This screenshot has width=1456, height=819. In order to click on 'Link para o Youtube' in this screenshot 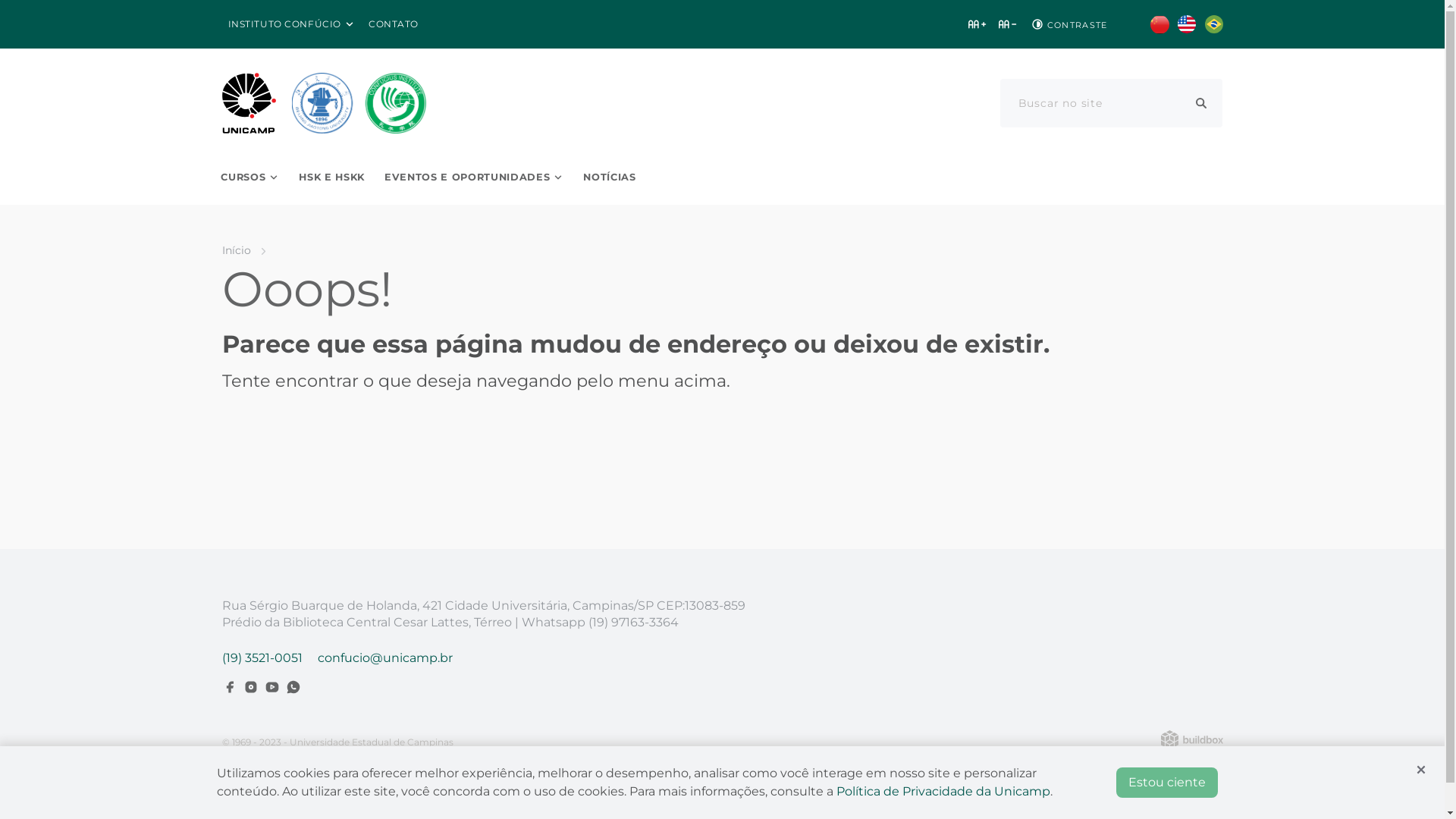, I will do `click(271, 687)`.